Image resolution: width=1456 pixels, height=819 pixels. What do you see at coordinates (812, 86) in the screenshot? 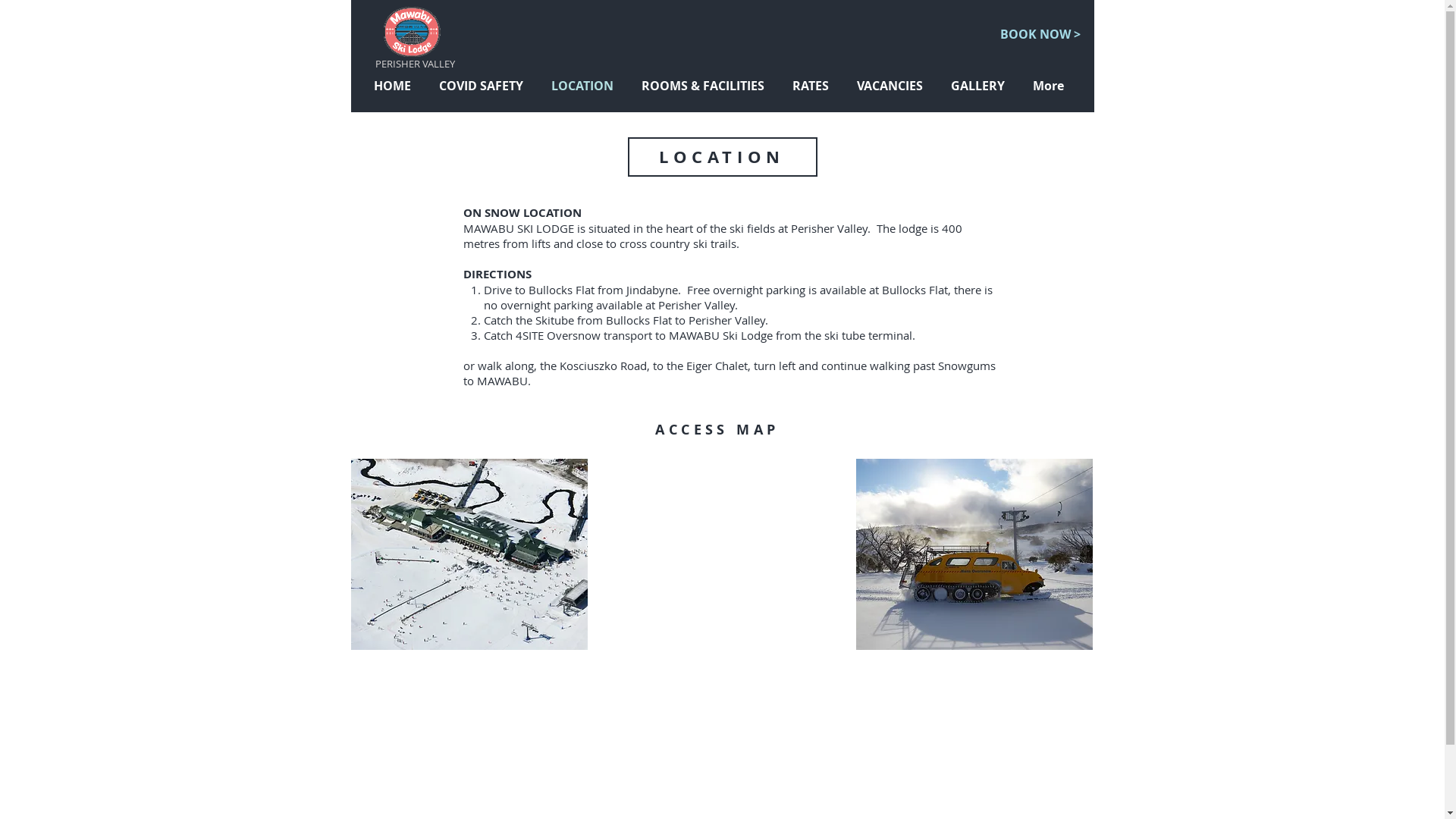
I see `'RATES'` at bounding box center [812, 86].